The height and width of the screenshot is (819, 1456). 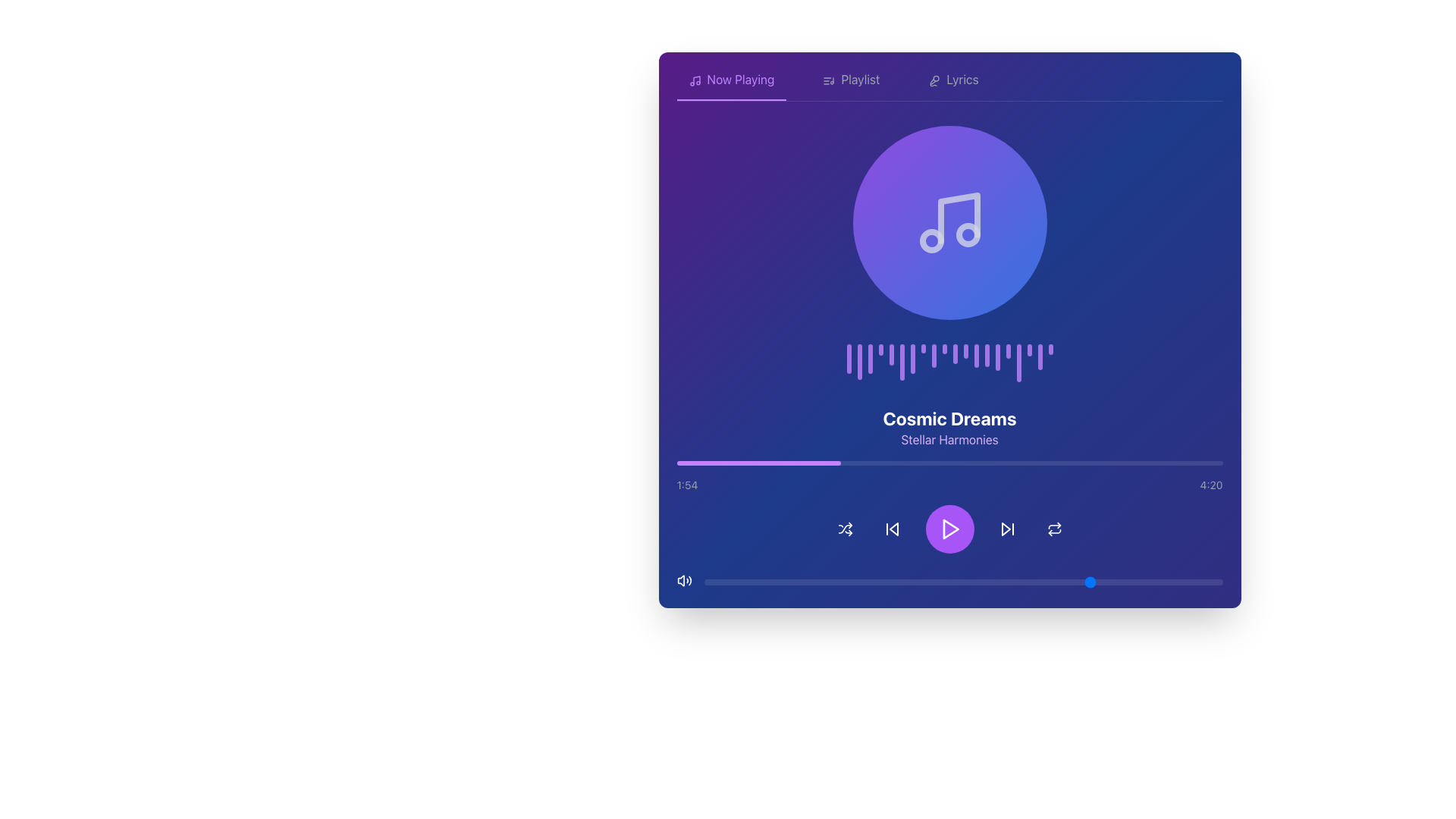 What do you see at coordinates (943, 349) in the screenshot?
I see `the 10th vertical purple decorative bar from the left, which is part of a series of bars below a circular music icon` at bounding box center [943, 349].